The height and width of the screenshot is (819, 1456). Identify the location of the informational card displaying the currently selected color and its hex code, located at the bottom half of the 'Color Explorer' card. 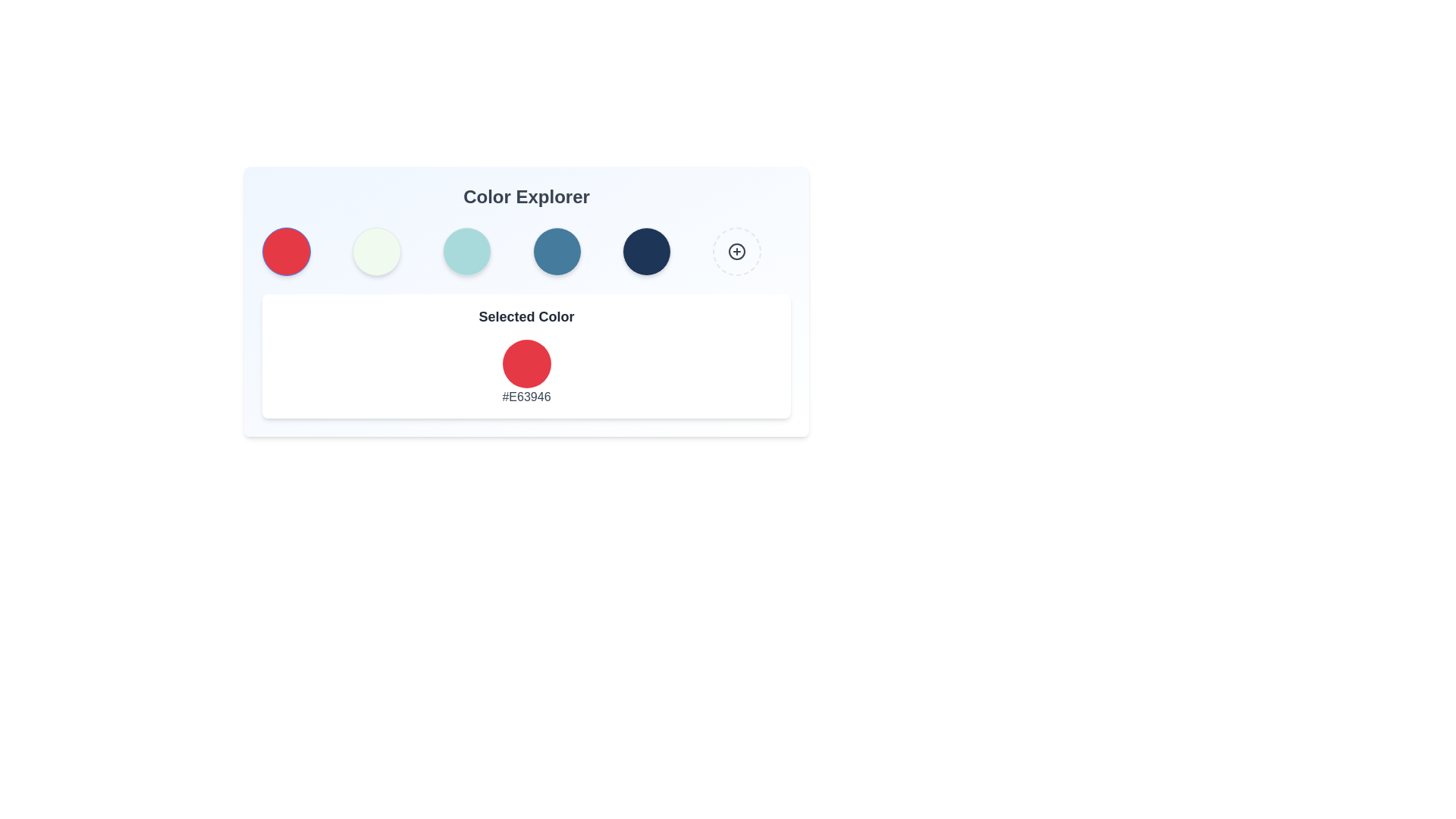
(526, 356).